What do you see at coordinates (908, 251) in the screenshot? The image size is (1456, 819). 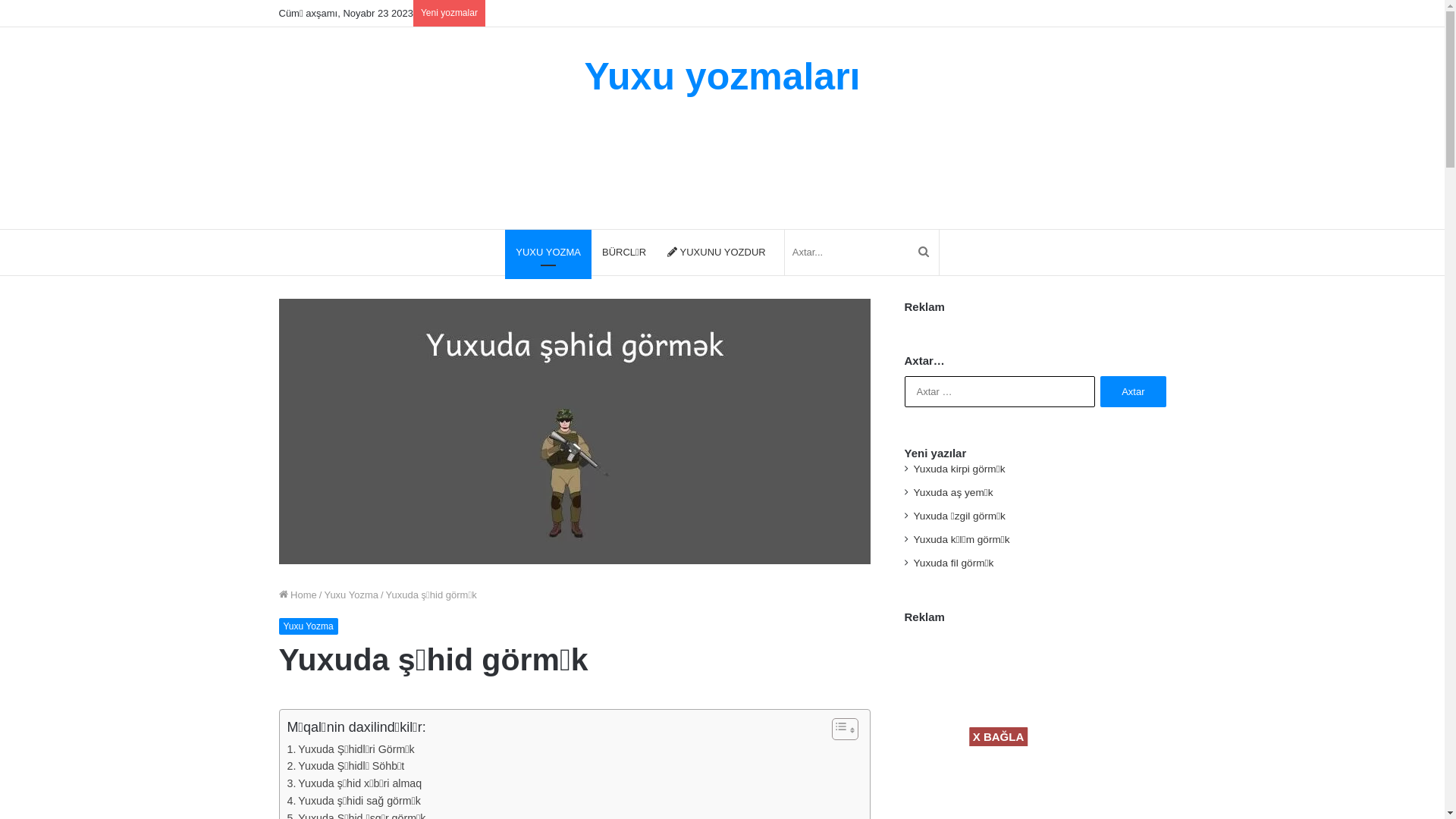 I see `'Axtar...'` at bounding box center [908, 251].